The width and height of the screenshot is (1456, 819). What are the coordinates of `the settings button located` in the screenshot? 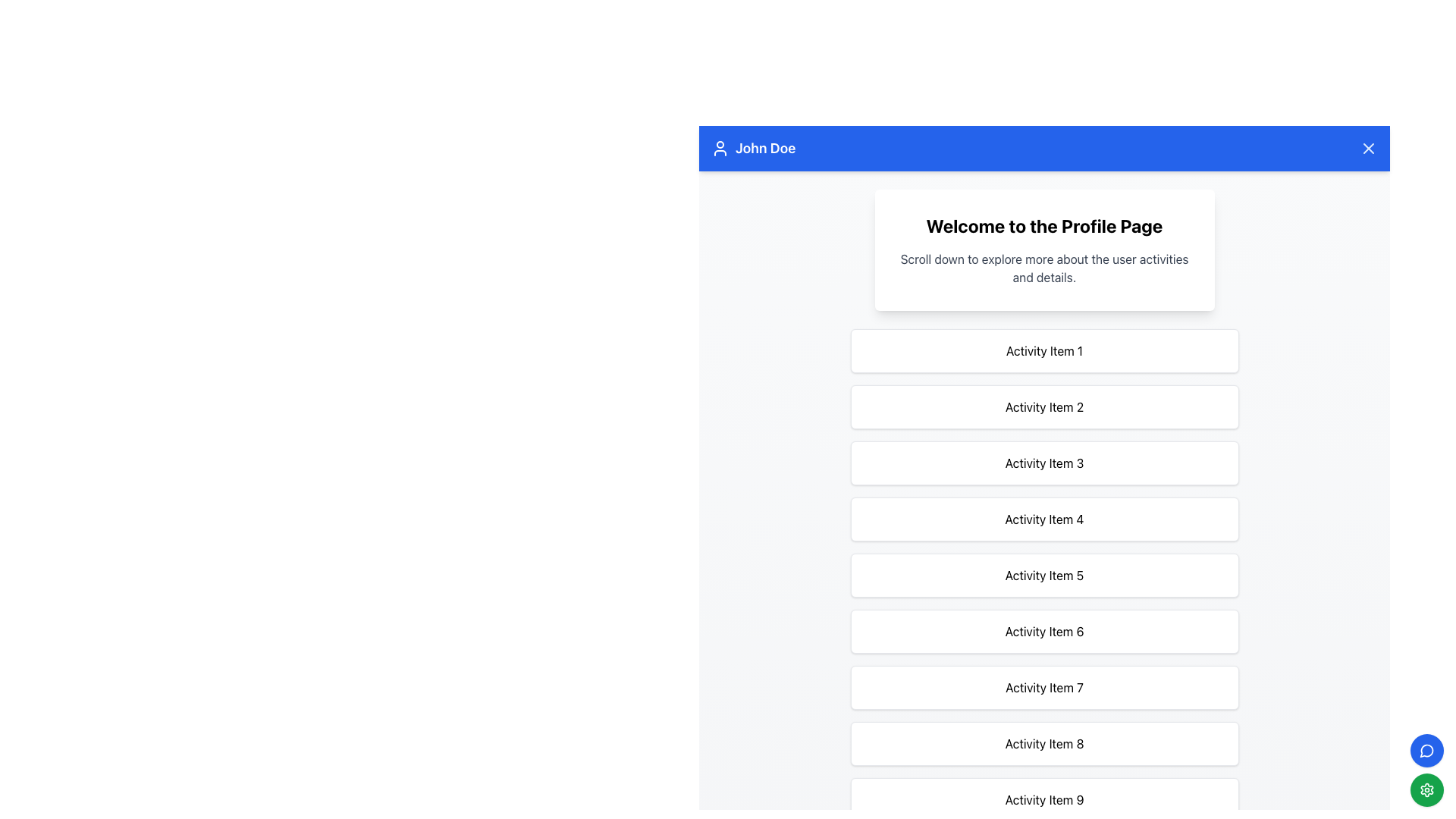 It's located at (1426, 789).